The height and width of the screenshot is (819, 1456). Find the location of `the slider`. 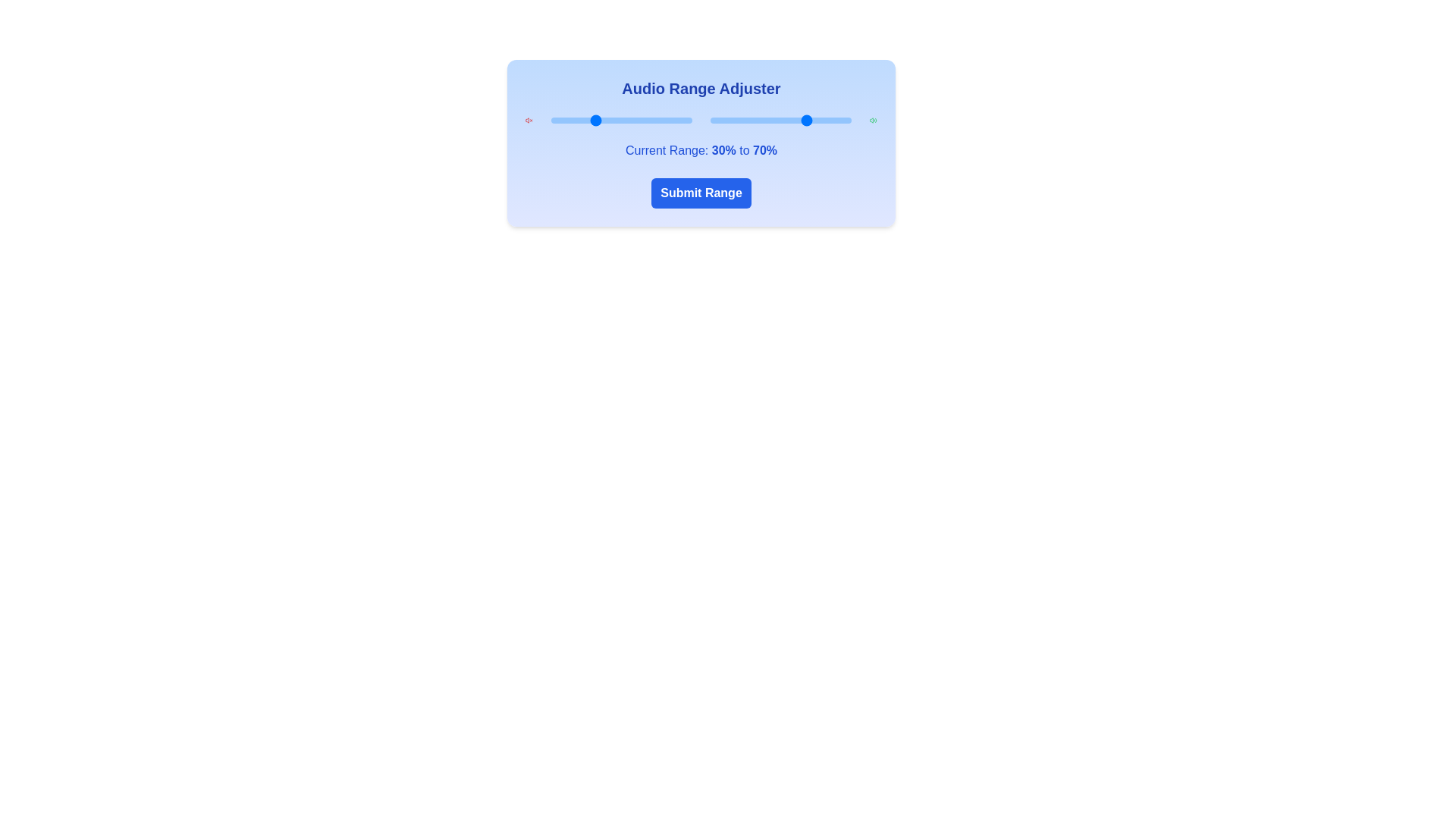

the slider is located at coordinates (637, 119).